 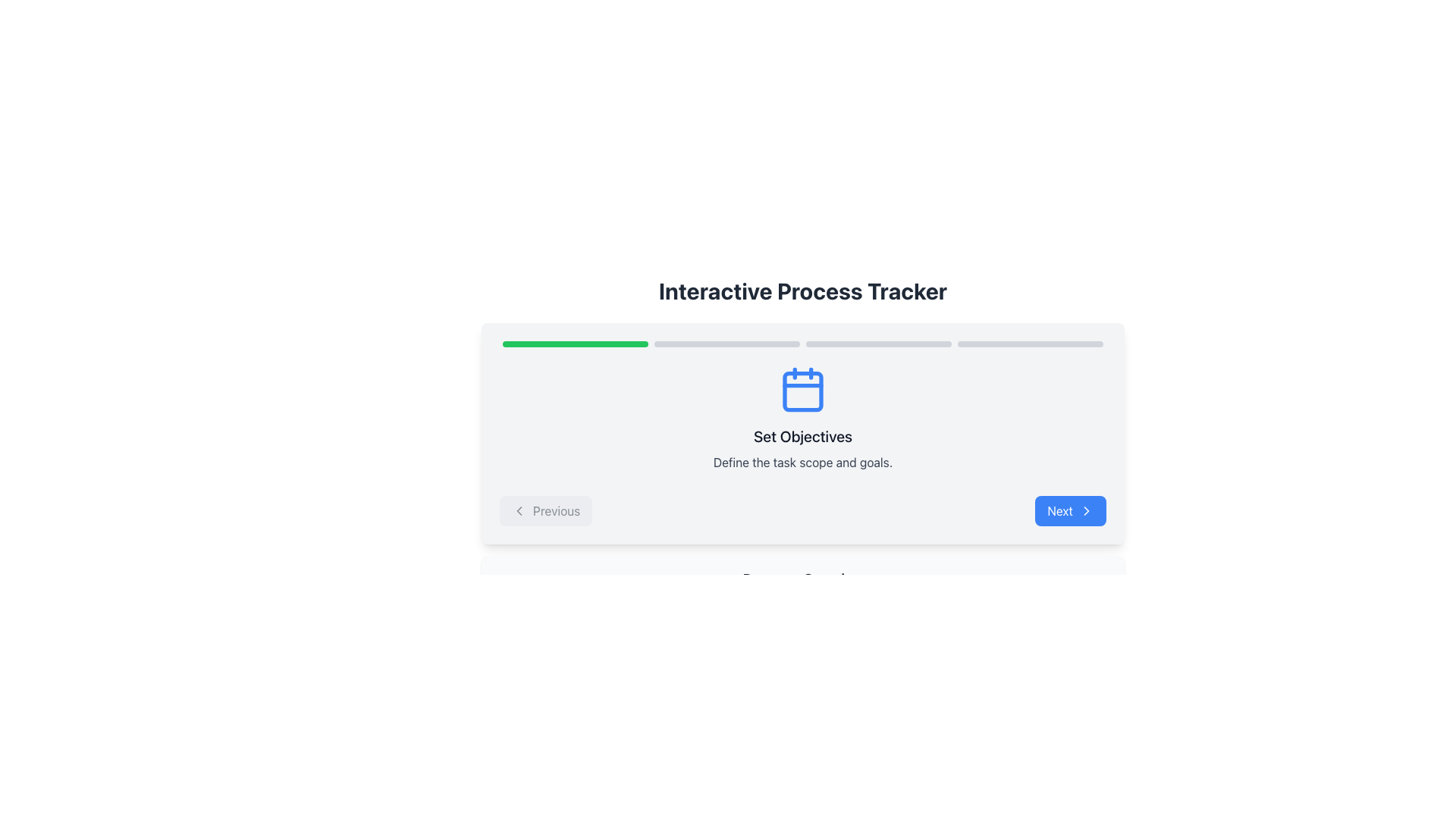 What do you see at coordinates (802, 418) in the screenshot?
I see `the informational cluster containing a large blue calendar icon and the text 'Set Objectives' with a description below it` at bounding box center [802, 418].